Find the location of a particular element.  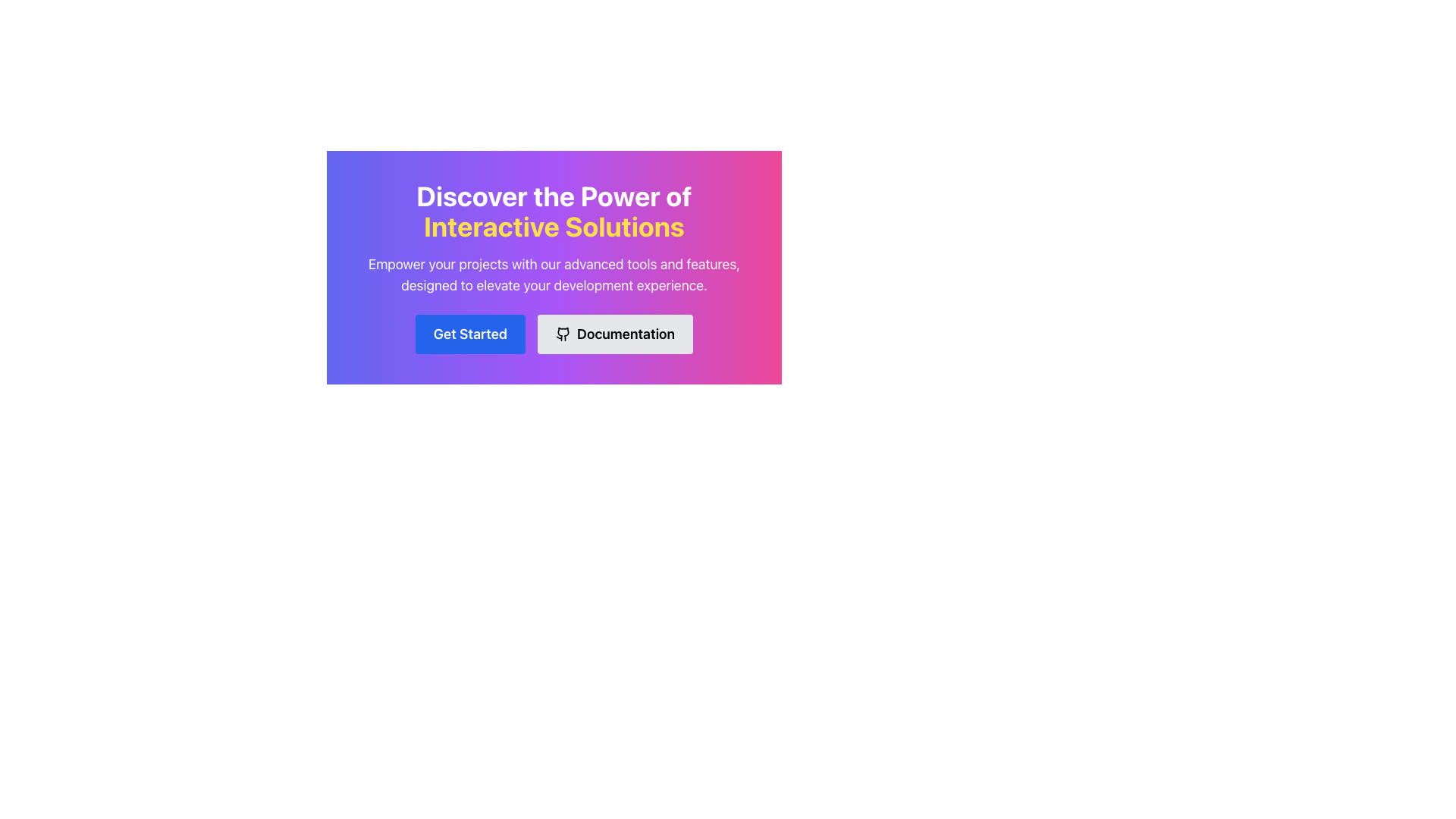

the descriptive text element that provides additional information about the offerings, located below the header 'Discover the Power of Interactive Solutions' is located at coordinates (553, 275).